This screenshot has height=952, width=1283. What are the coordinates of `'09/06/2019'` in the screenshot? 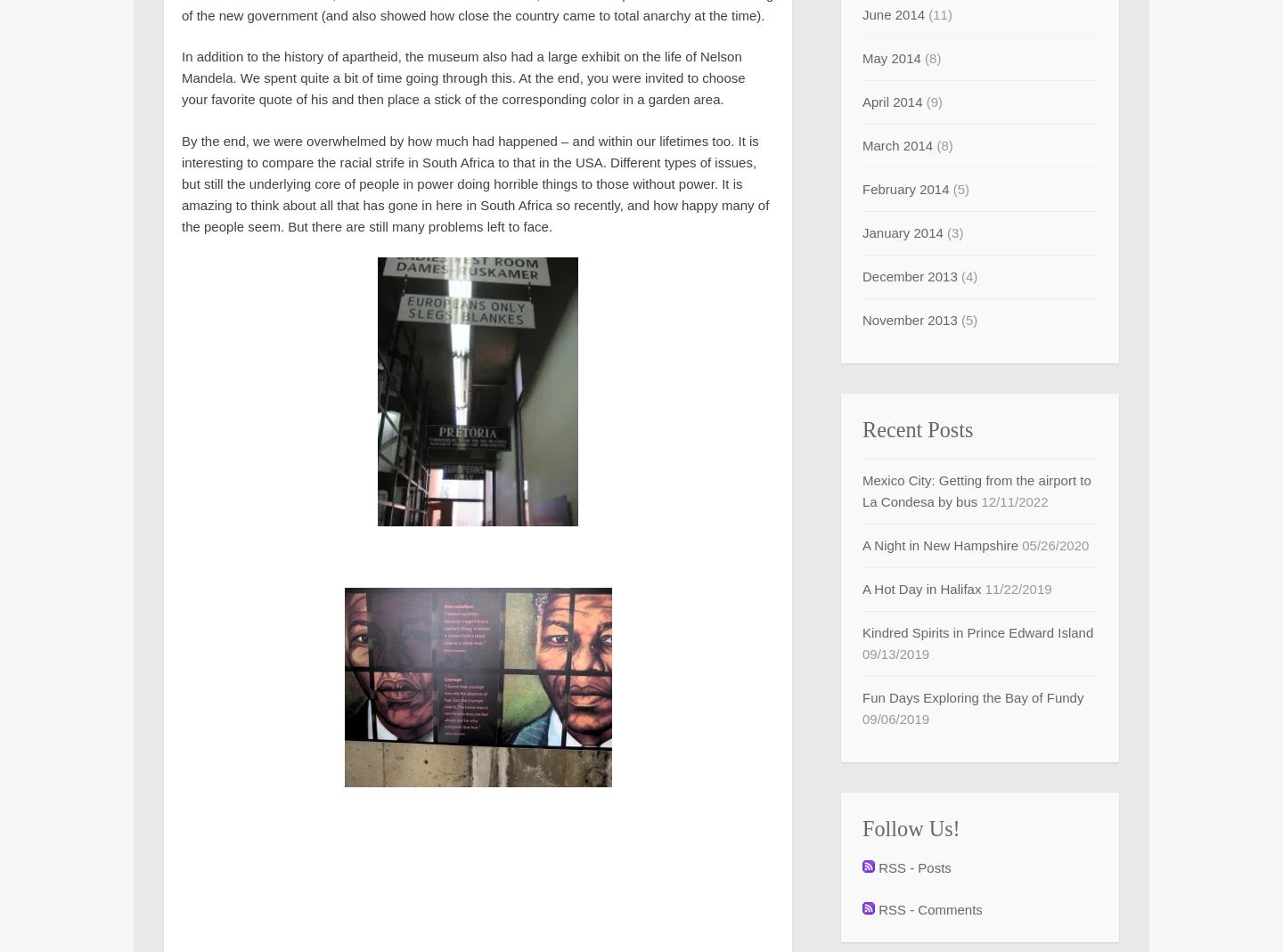 It's located at (861, 719).